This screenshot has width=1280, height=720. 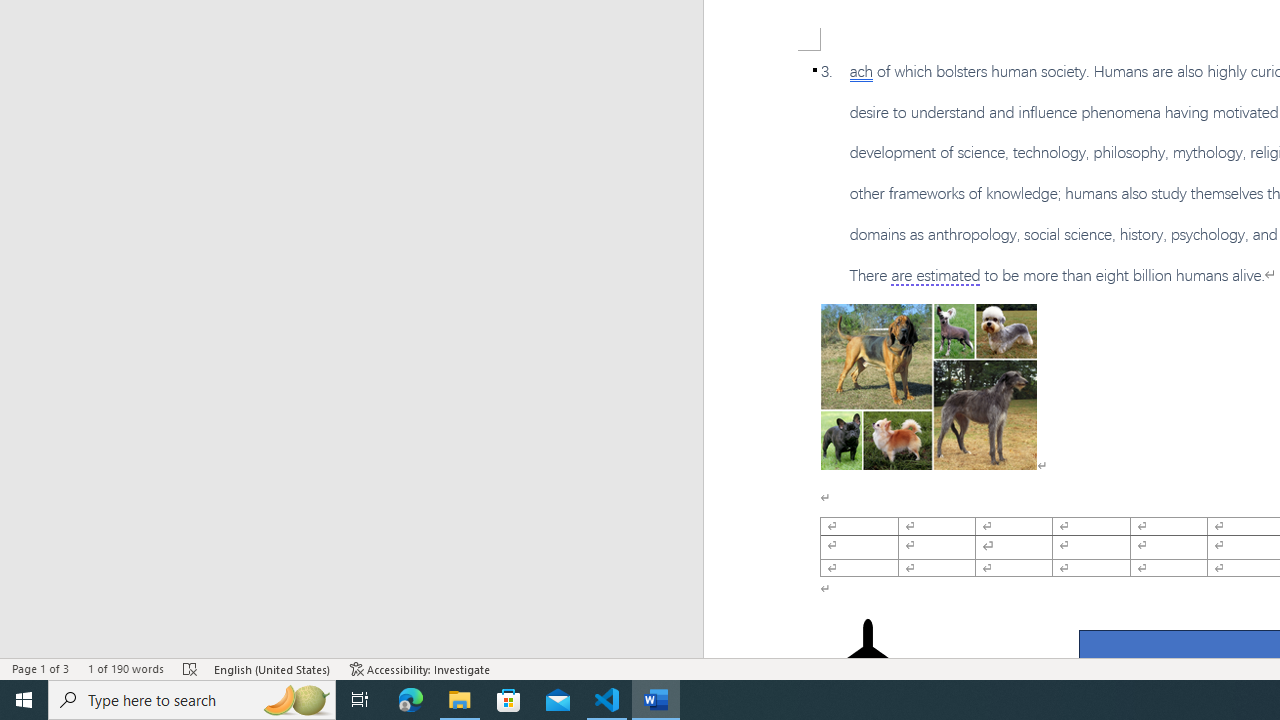 I want to click on 'Word - 1 running window', so click(x=656, y=698).